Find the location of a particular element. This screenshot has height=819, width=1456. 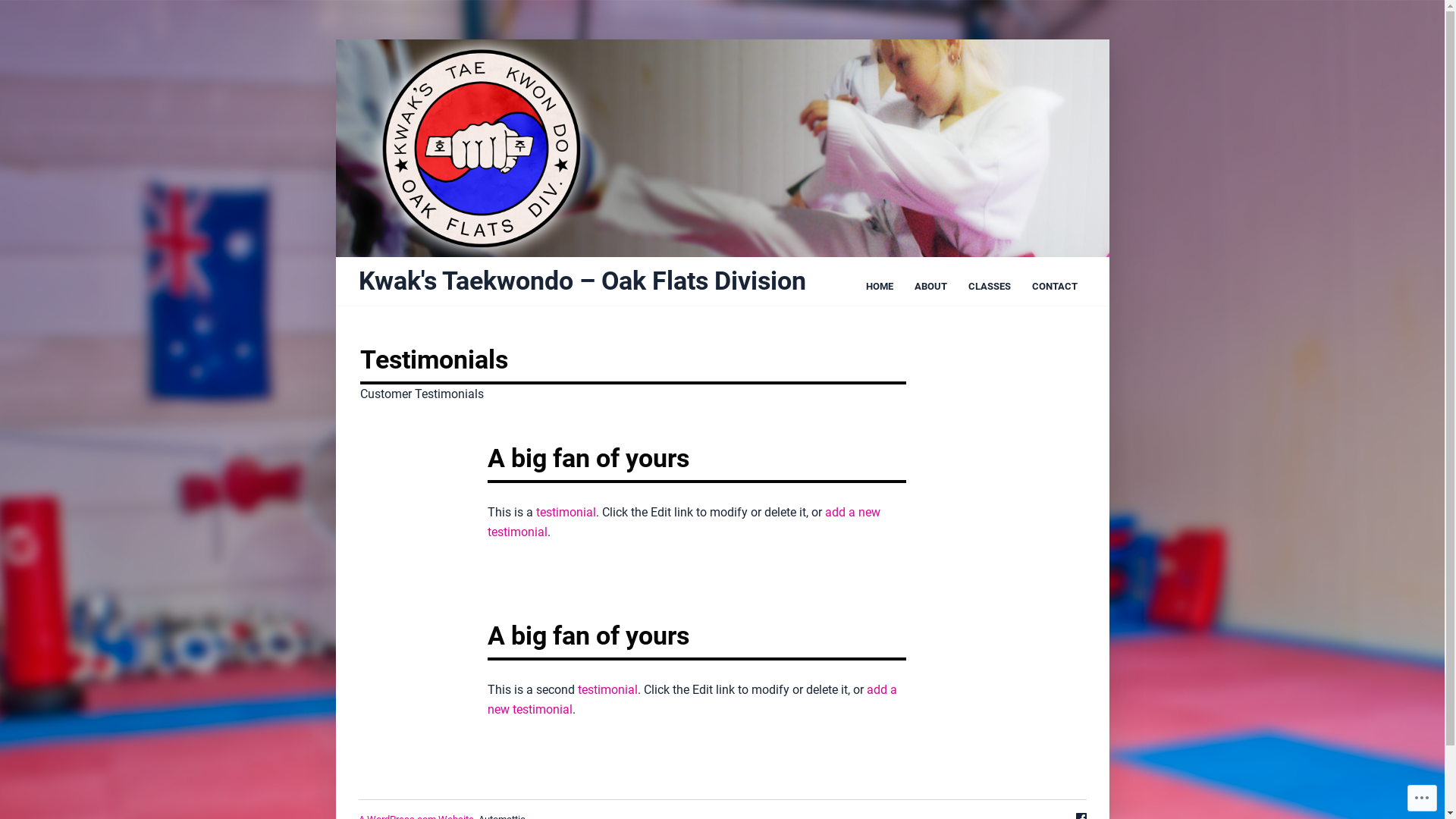

'HOME' is located at coordinates (866, 286).